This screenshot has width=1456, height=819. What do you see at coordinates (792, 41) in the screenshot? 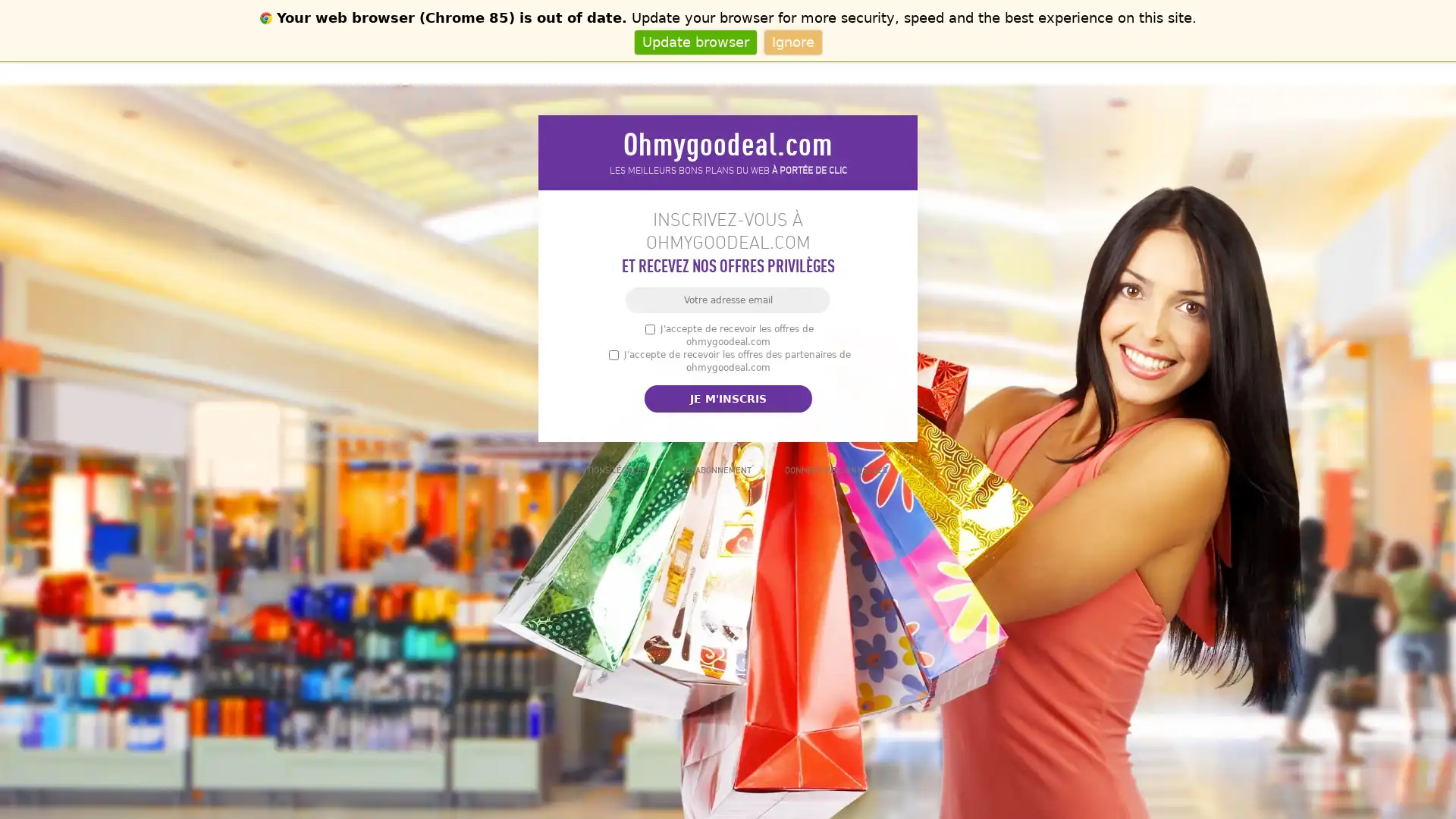
I see `Ignore` at bounding box center [792, 41].